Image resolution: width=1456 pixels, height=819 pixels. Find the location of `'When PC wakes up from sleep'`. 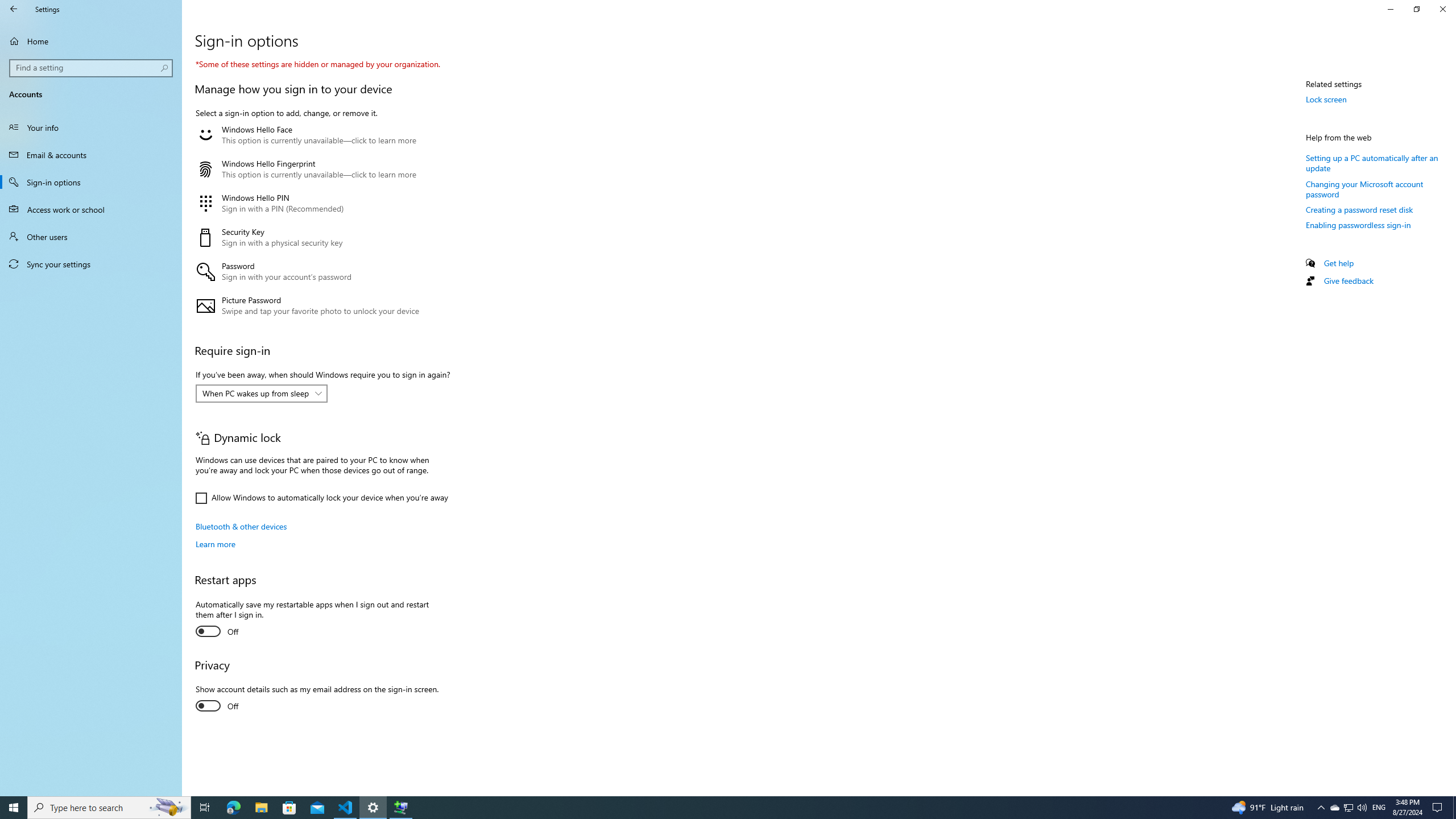

'When PC wakes up from sleep' is located at coordinates (255, 392).